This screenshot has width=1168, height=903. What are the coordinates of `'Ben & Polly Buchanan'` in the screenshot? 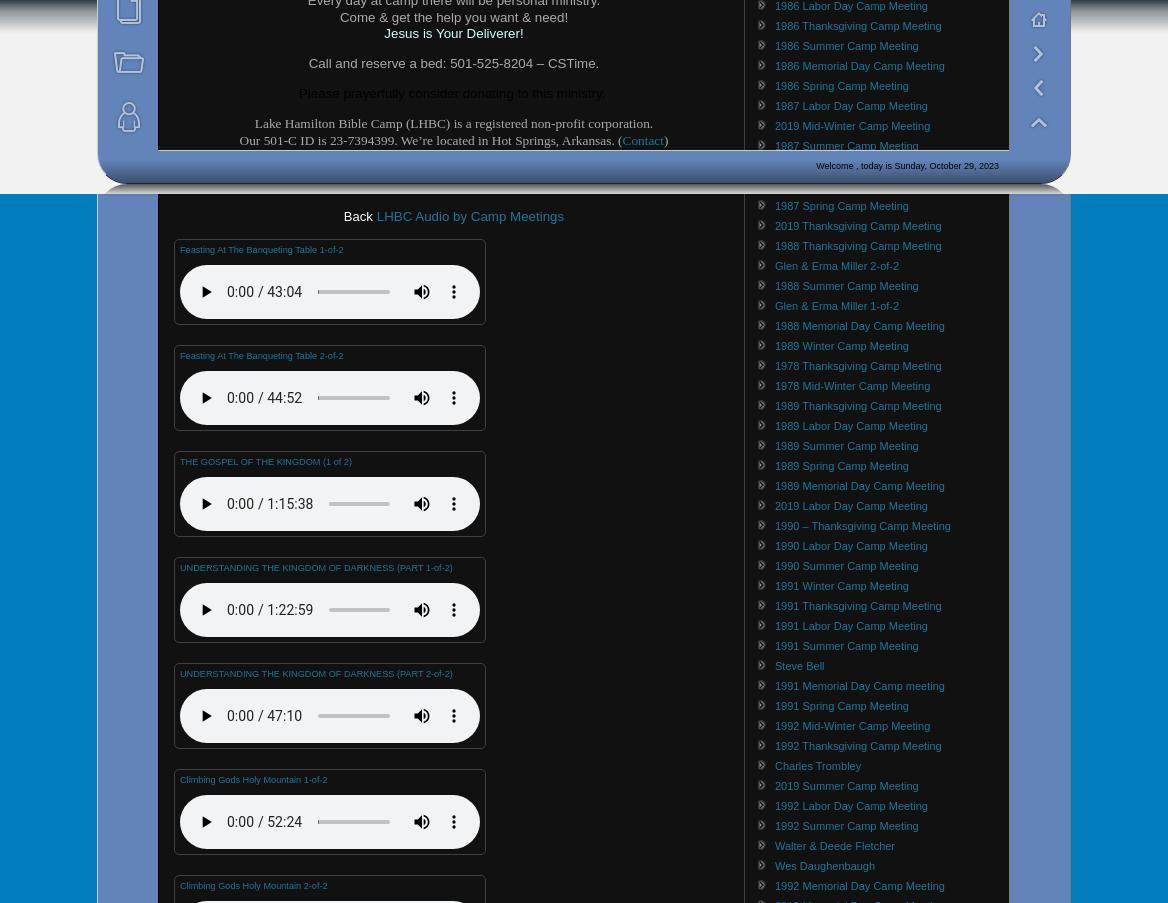 It's located at (828, 163).